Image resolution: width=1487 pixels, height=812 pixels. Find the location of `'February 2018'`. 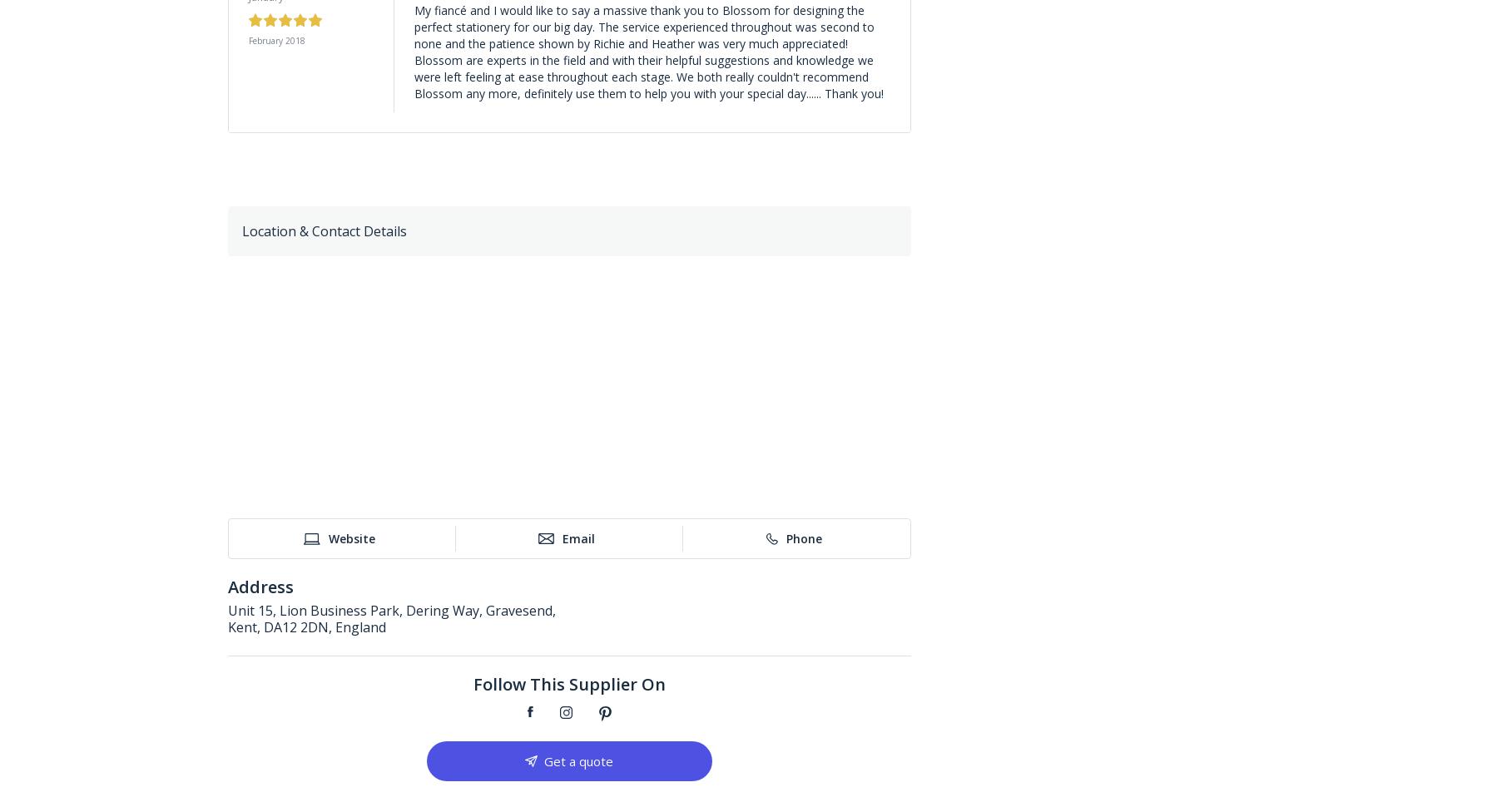

'February 2018' is located at coordinates (275, 40).